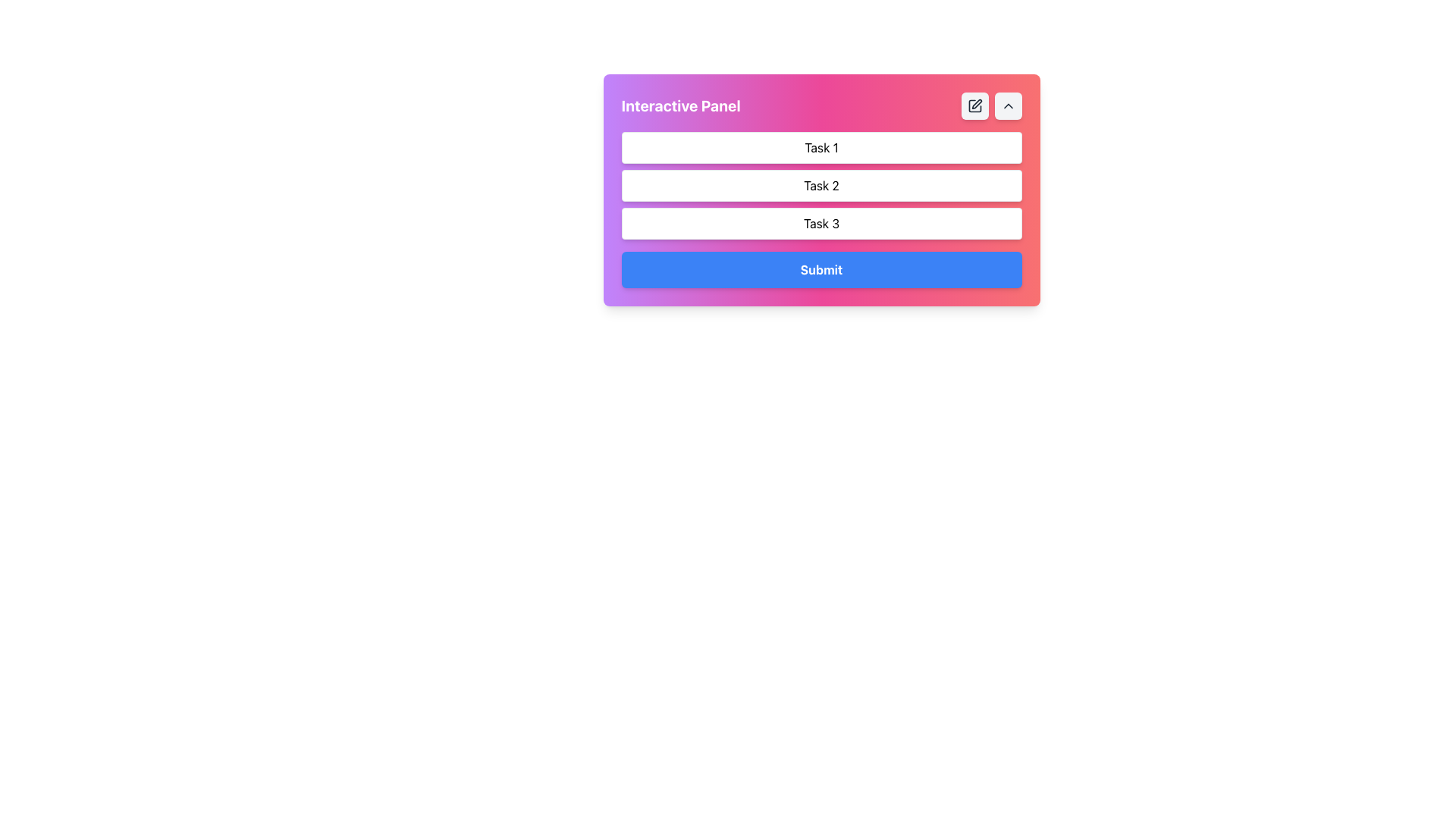 The image size is (1456, 819). Describe the element at coordinates (1008, 105) in the screenshot. I see `the toggle button with an up arrow located at the top-right corner of the interactive panel` at that location.